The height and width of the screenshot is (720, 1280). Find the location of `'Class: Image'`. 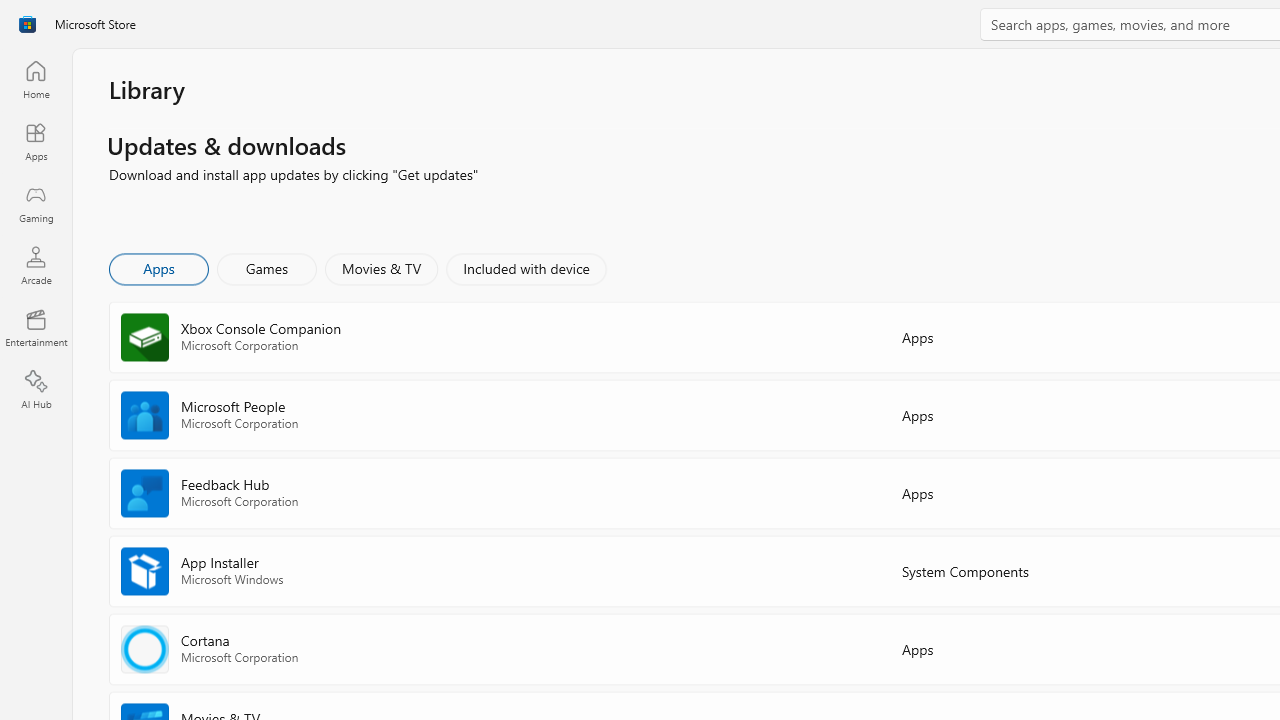

'Class: Image' is located at coordinates (27, 24).